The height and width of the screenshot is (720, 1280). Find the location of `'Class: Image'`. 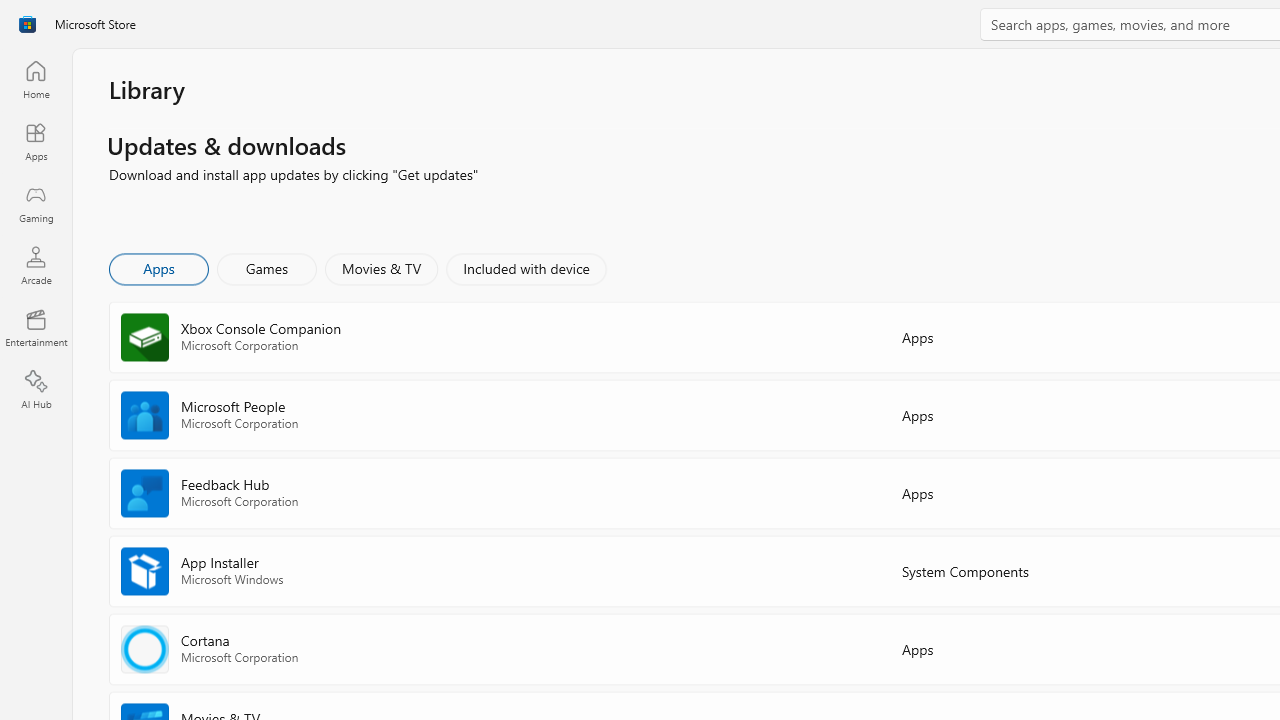

'Class: Image' is located at coordinates (27, 24).